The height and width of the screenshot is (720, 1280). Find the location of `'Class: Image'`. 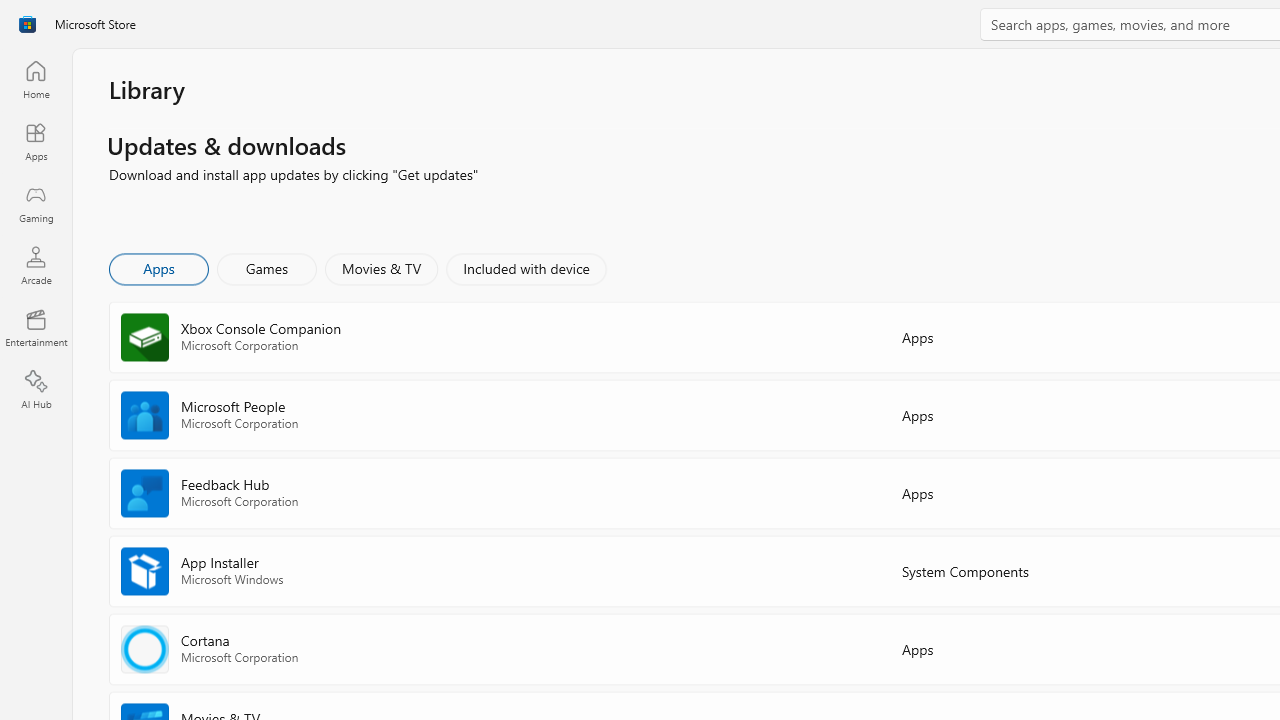

'Class: Image' is located at coordinates (27, 24).